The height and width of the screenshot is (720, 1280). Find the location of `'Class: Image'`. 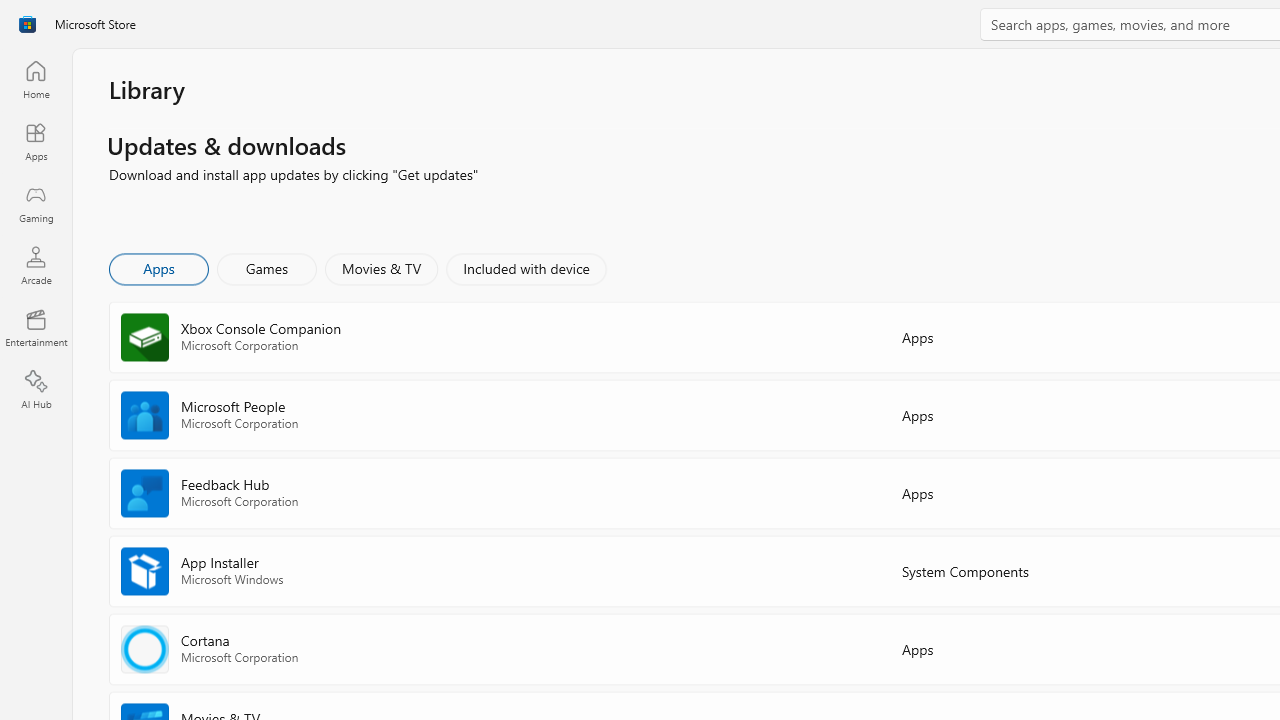

'Class: Image' is located at coordinates (27, 24).